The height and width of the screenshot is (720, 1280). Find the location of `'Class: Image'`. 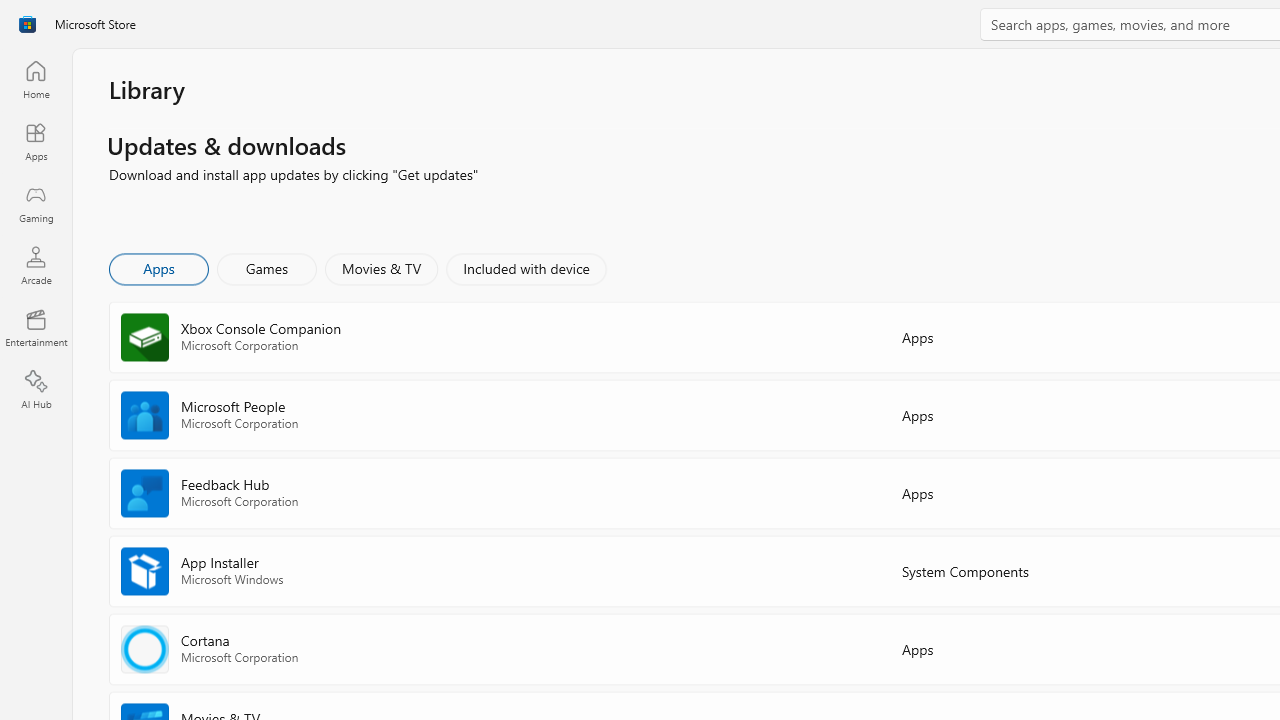

'Class: Image' is located at coordinates (27, 24).